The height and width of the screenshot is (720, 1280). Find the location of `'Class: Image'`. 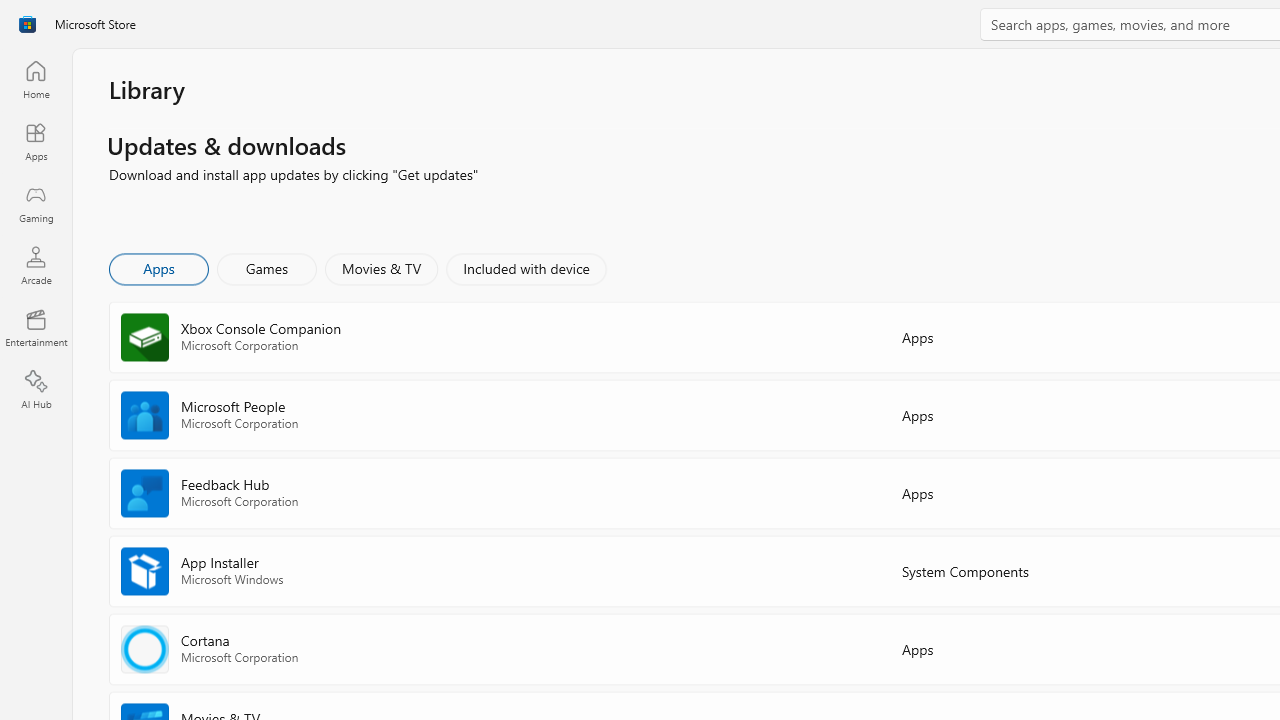

'Class: Image' is located at coordinates (27, 24).